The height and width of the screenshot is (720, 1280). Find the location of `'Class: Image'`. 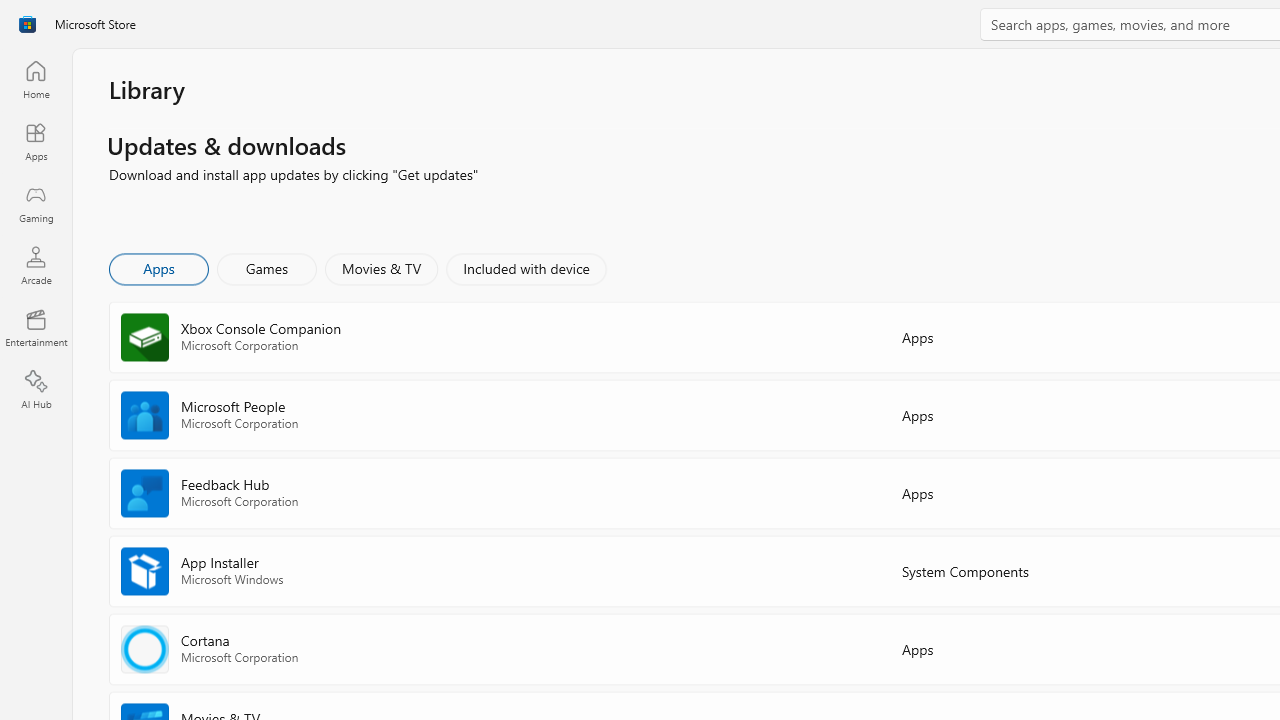

'Class: Image' is located at coordinates (27, 24).